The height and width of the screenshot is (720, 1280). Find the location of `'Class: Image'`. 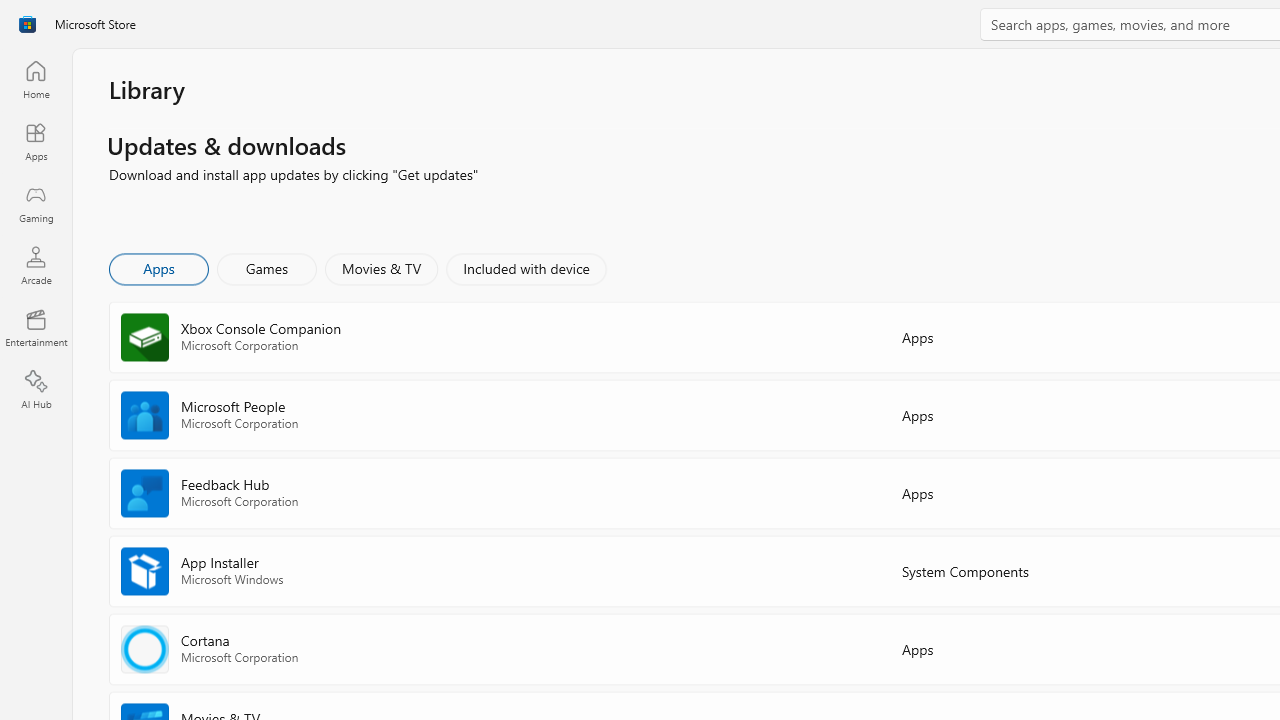

'Class: Image' is located at coordinates (27, 24).